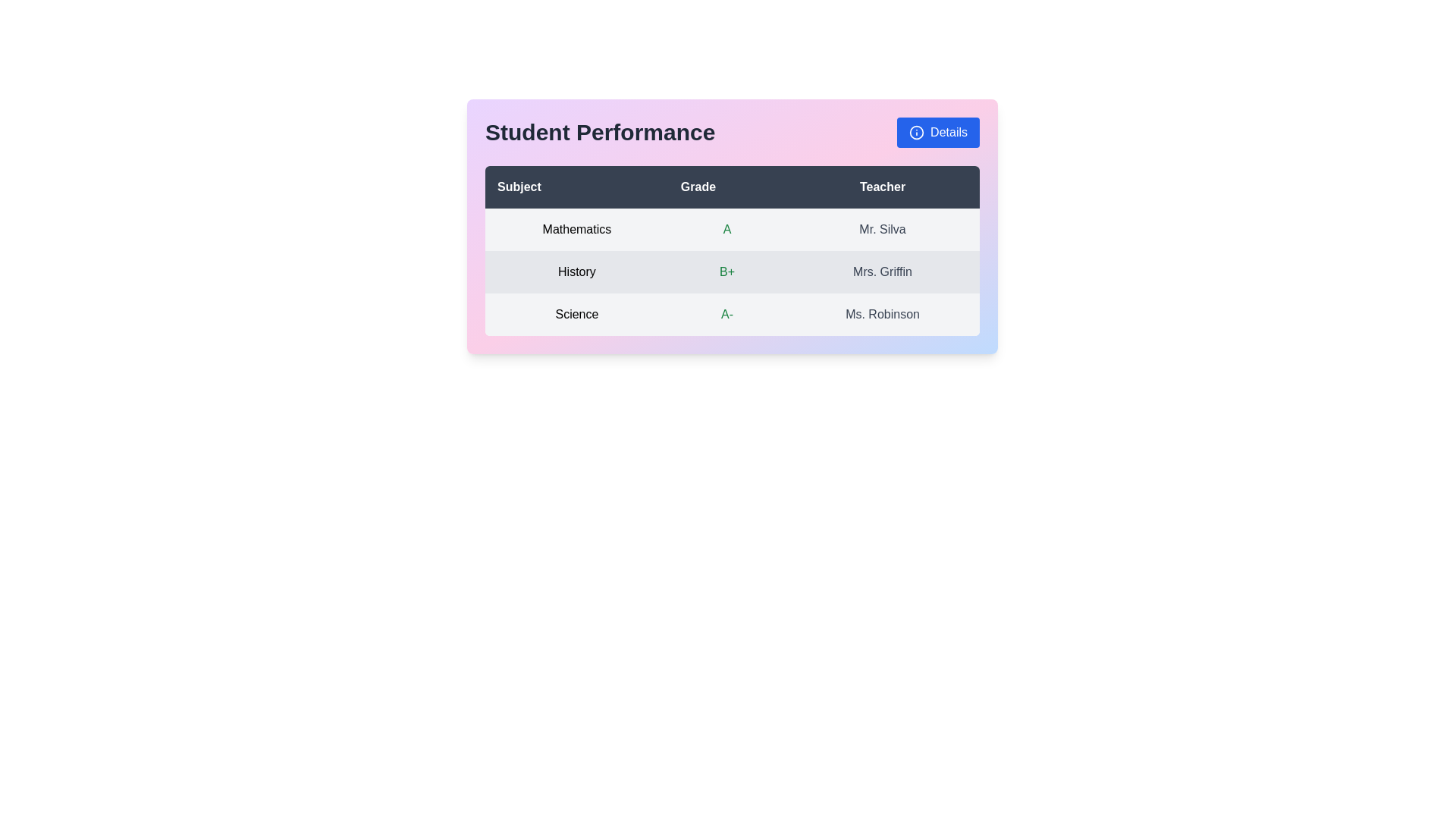 Image resolution: width=1456 pixels, height=819 pixels. I want to click on the table row displaying academic information for the subject 'History', which is located in the second row under the 'Student Performance' section, so click(732, 271).